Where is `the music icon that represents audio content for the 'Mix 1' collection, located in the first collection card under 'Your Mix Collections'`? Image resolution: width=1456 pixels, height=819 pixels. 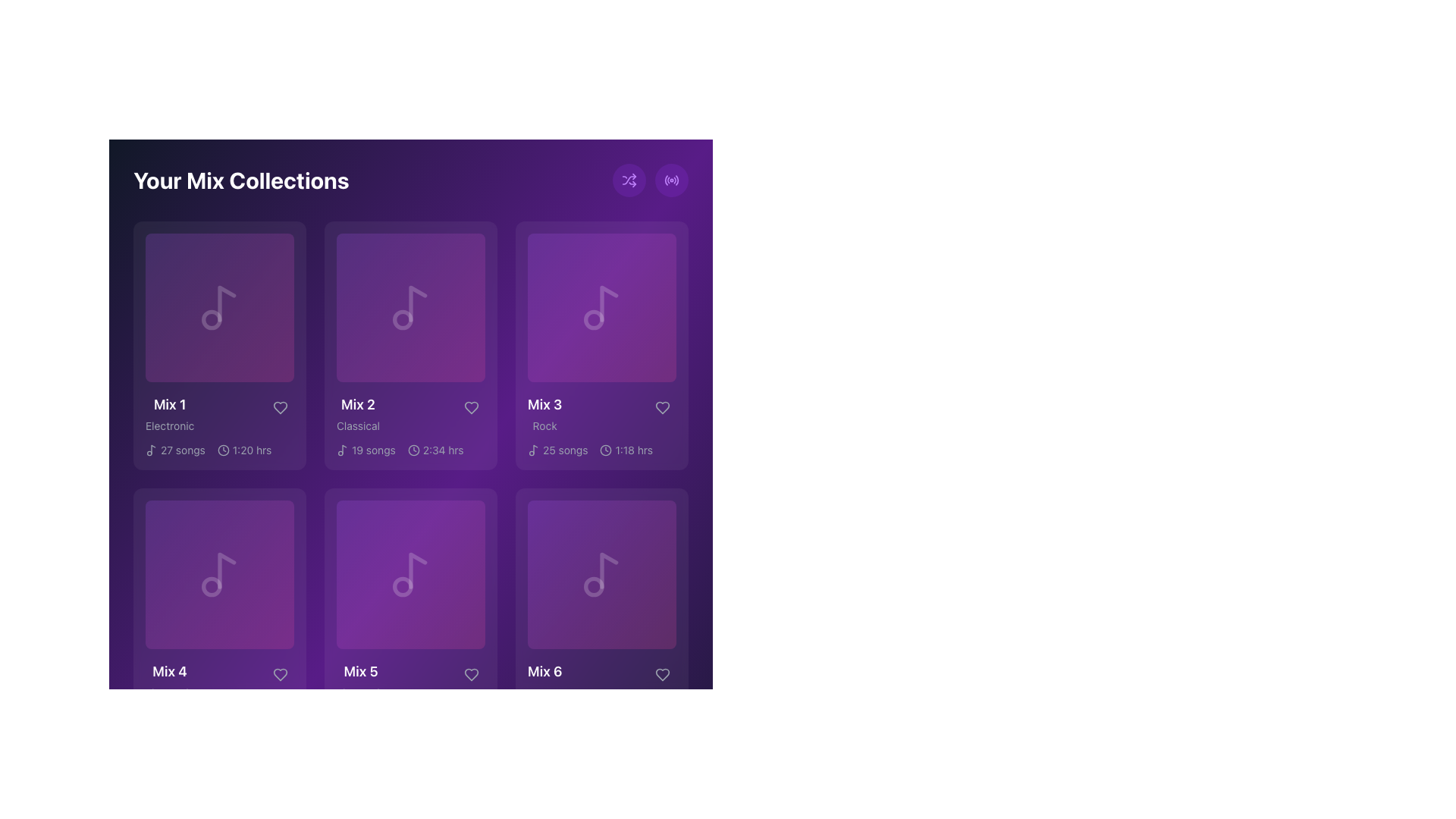 the music icon that represents audio content for the 'Mix 1' collection, located in the first collection card under 'Your Mix Collections' is located at coordinates (218, 307).